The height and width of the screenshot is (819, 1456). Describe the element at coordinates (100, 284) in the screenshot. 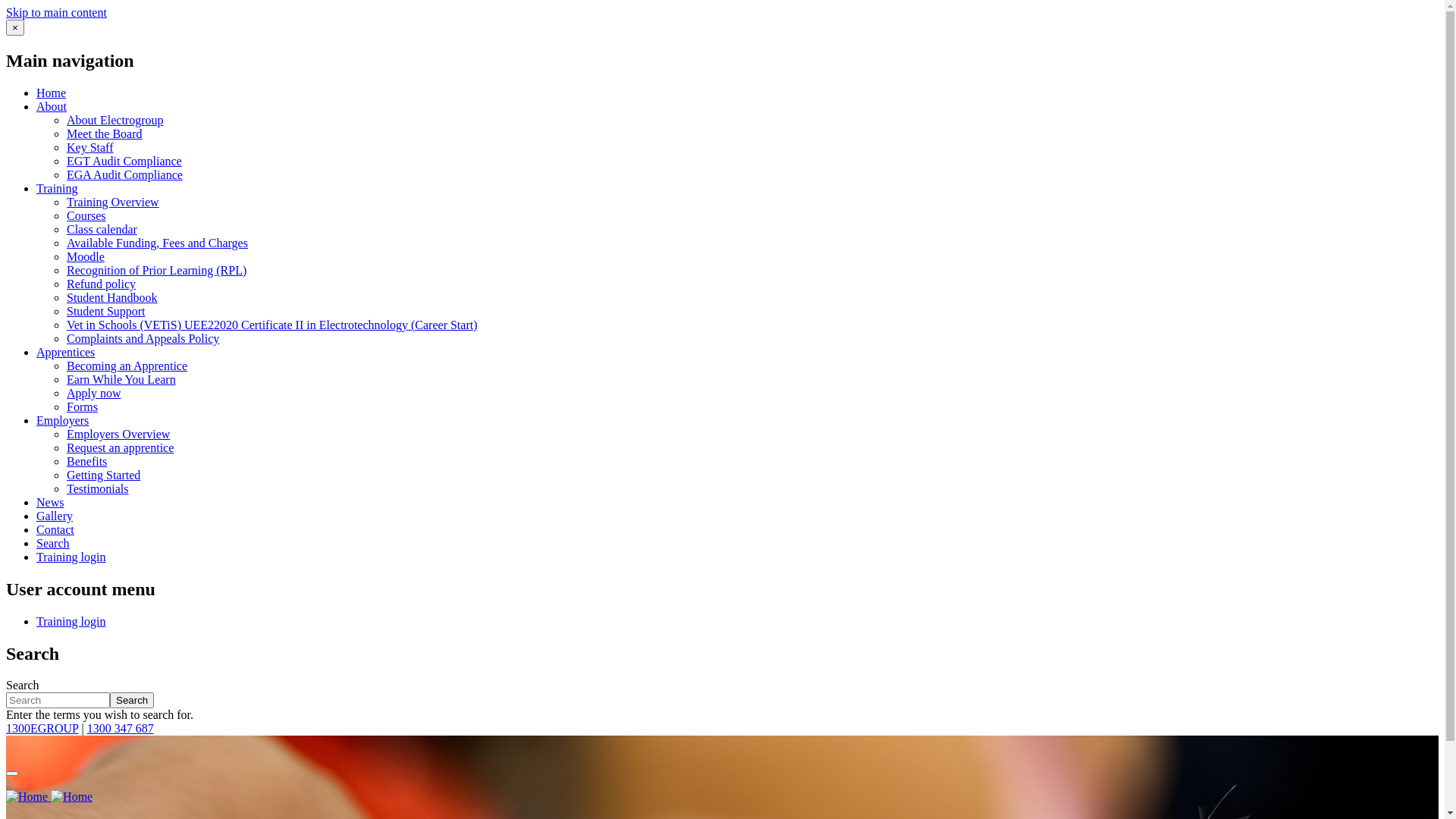

I see `'Refund policy'` at that location.